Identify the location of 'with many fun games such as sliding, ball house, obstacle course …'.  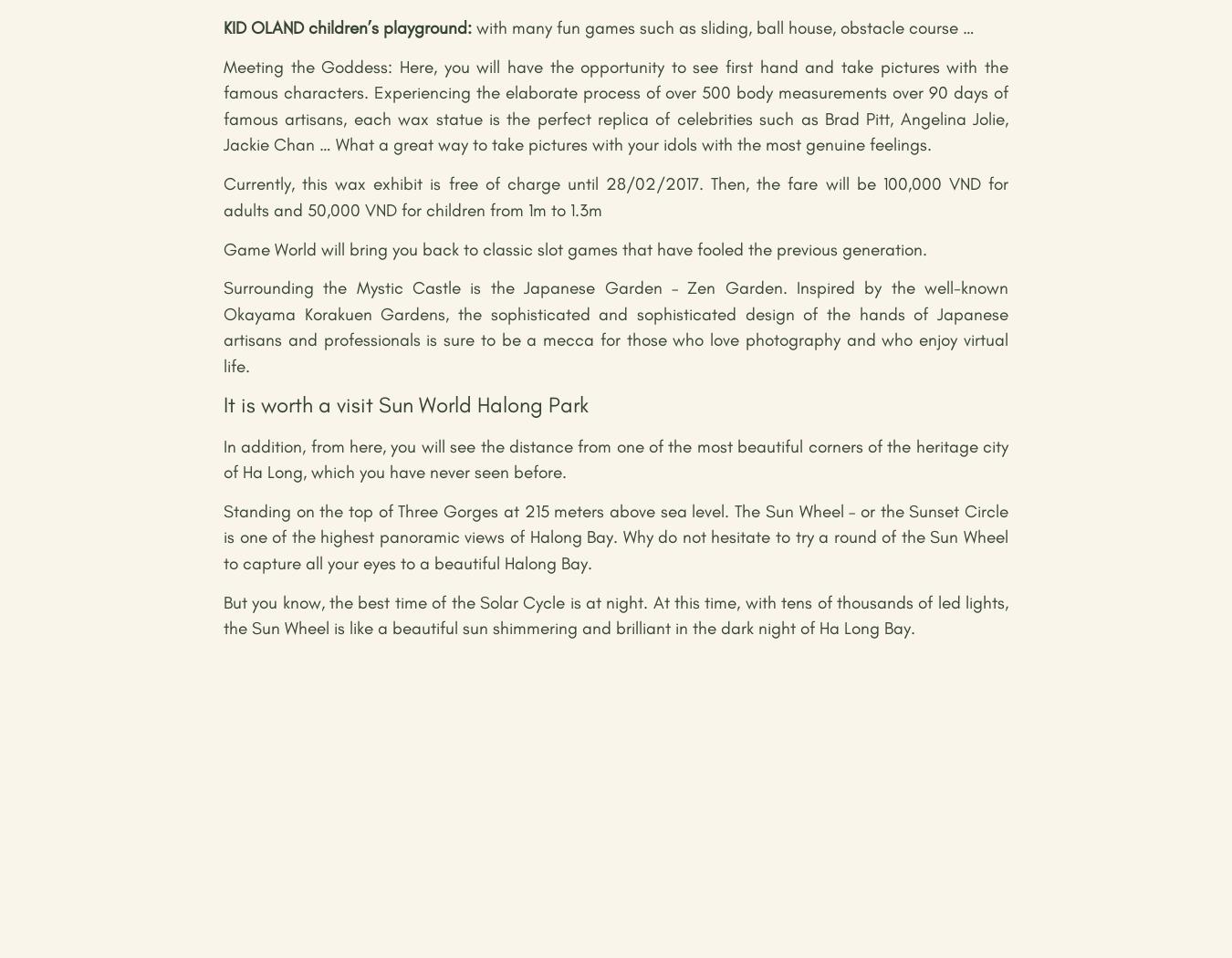
(723, 27).